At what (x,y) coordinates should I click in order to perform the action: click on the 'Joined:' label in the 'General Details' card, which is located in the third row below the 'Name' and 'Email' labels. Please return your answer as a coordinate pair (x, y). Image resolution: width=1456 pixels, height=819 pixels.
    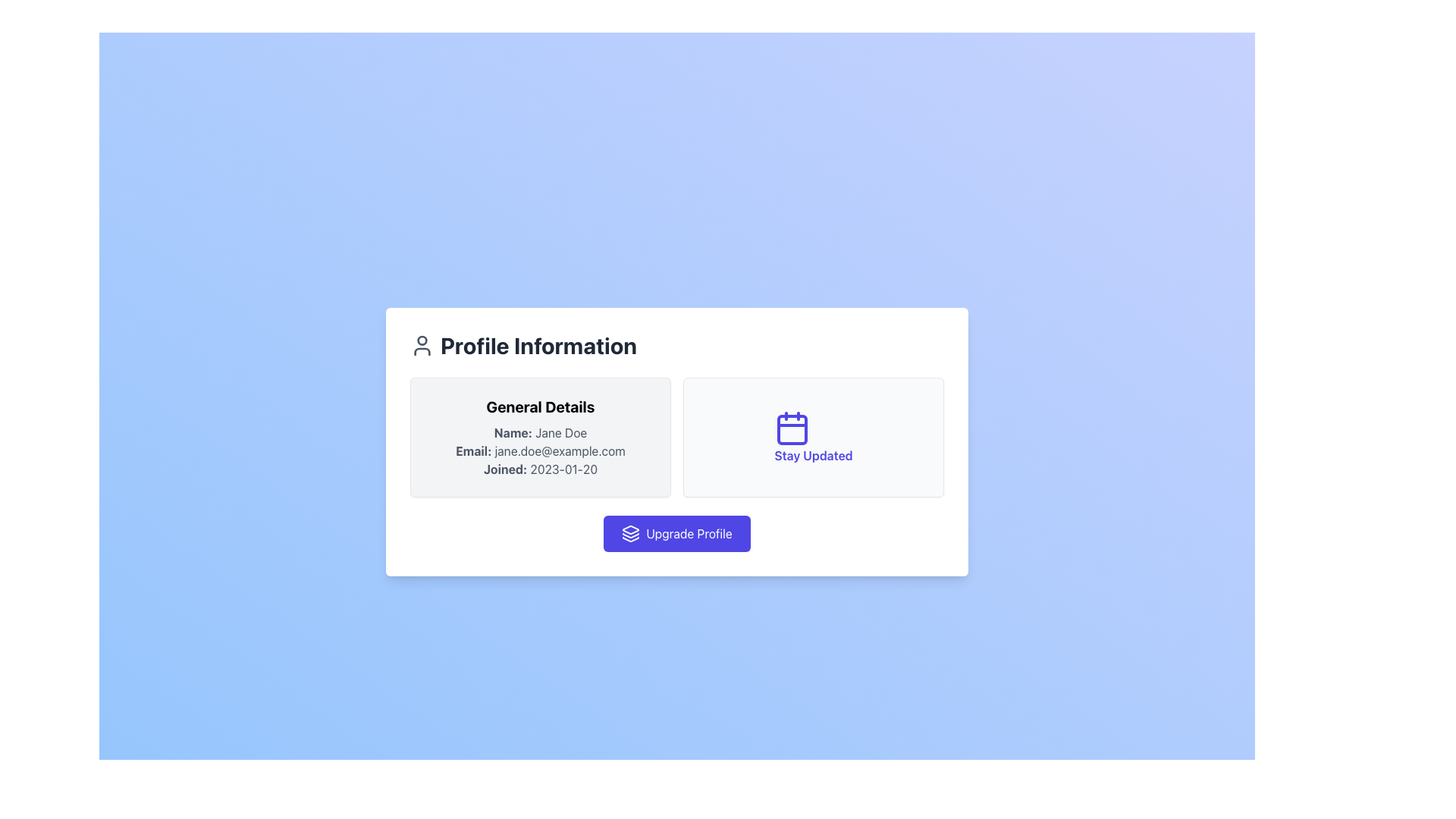
    Looking at the image, I should click on (505, 468).